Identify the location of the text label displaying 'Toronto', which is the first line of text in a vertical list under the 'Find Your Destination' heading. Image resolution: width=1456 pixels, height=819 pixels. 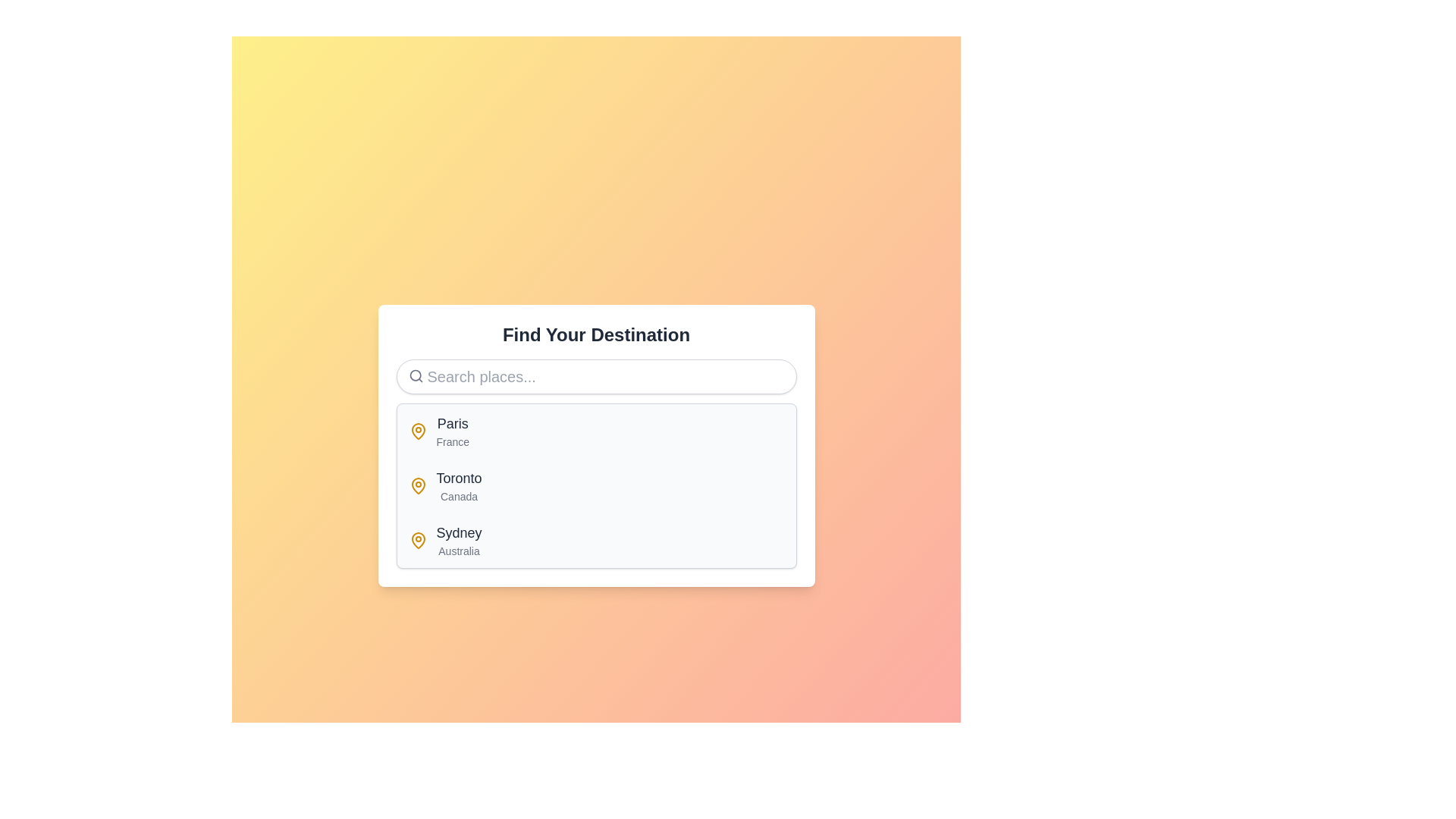
(458, 479).